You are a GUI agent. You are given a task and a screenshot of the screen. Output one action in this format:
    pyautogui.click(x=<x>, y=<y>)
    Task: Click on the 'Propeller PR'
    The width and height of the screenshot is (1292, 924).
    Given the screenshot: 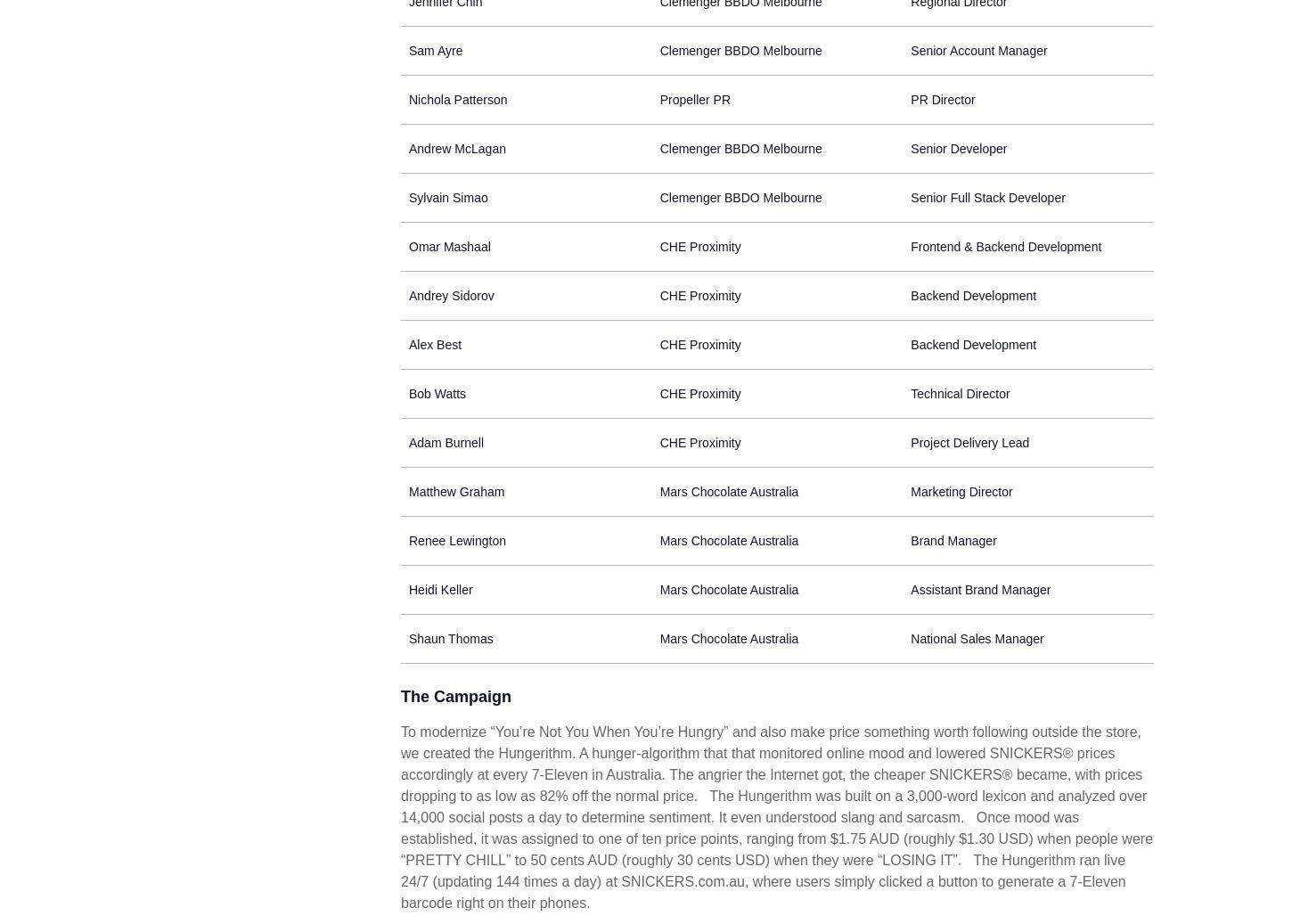 What is the action you would take?
    pyautogui.click(x=694, y=98)
    